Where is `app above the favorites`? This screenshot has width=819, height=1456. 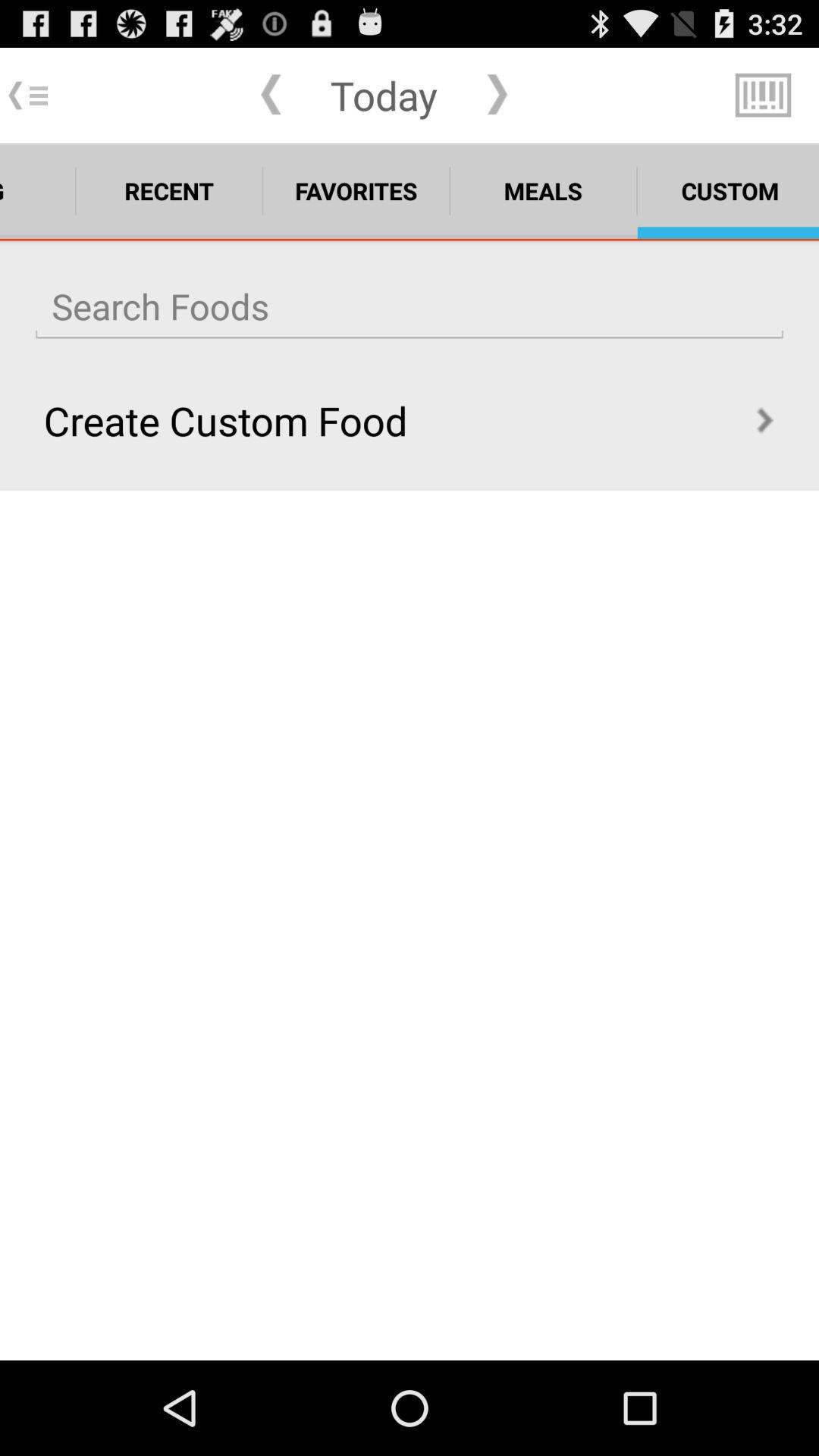 app above the favorites is located at coordinates (383, 94).